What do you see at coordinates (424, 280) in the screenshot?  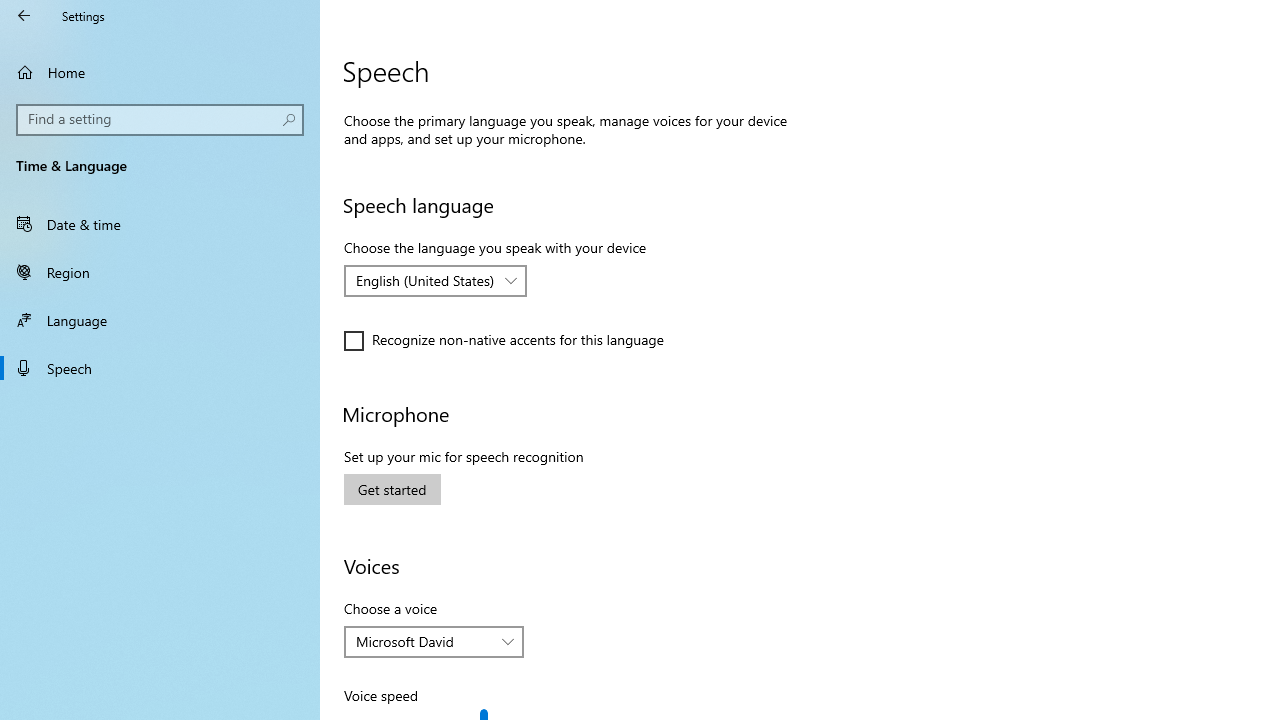 I see `'English (United States)'` at bounding box center [424, 280].